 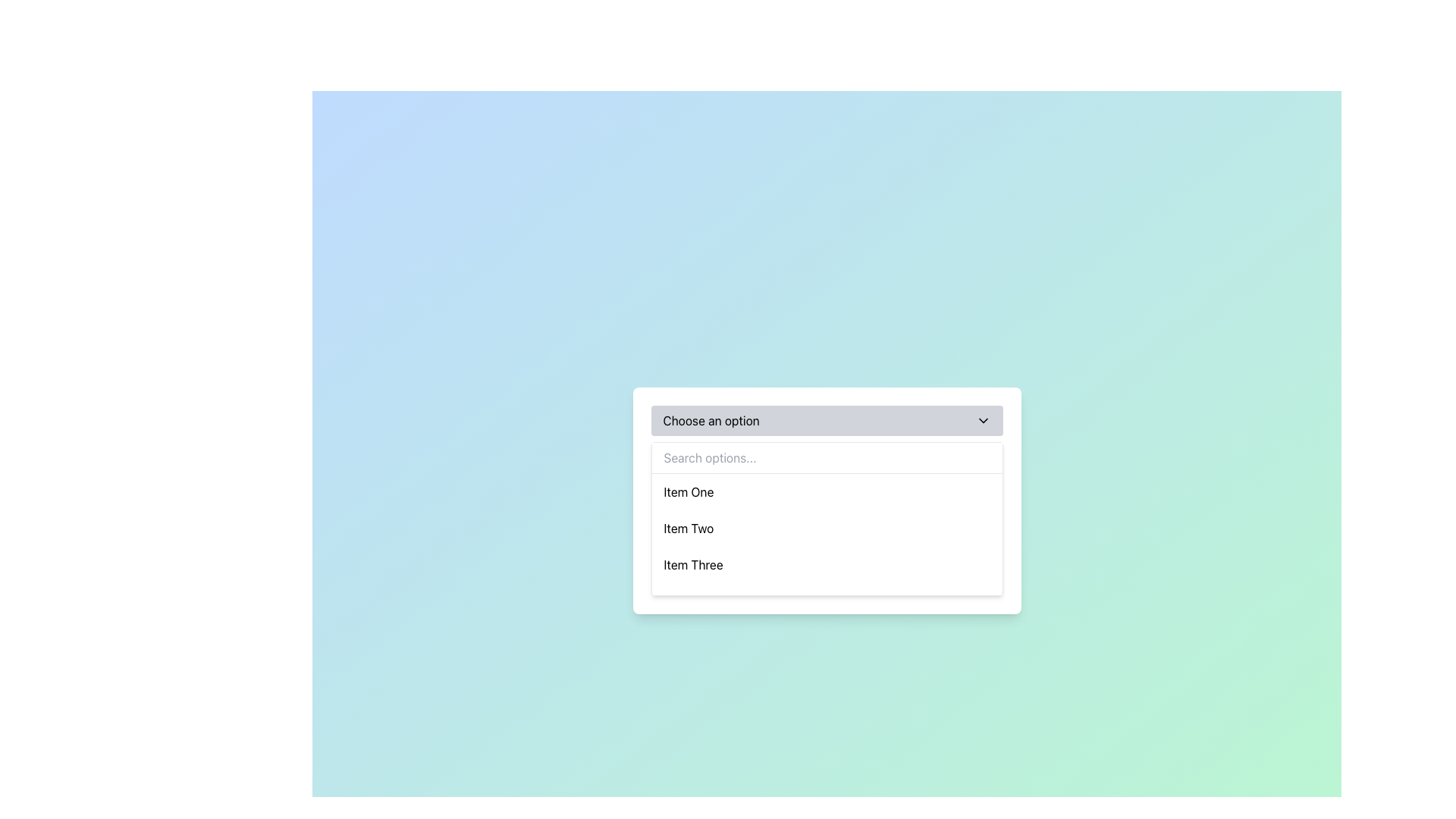 I want to click on the third item in the dropdown menu that represents 'Item Three', located under 'Choose an option', so click(x=826, y=564).